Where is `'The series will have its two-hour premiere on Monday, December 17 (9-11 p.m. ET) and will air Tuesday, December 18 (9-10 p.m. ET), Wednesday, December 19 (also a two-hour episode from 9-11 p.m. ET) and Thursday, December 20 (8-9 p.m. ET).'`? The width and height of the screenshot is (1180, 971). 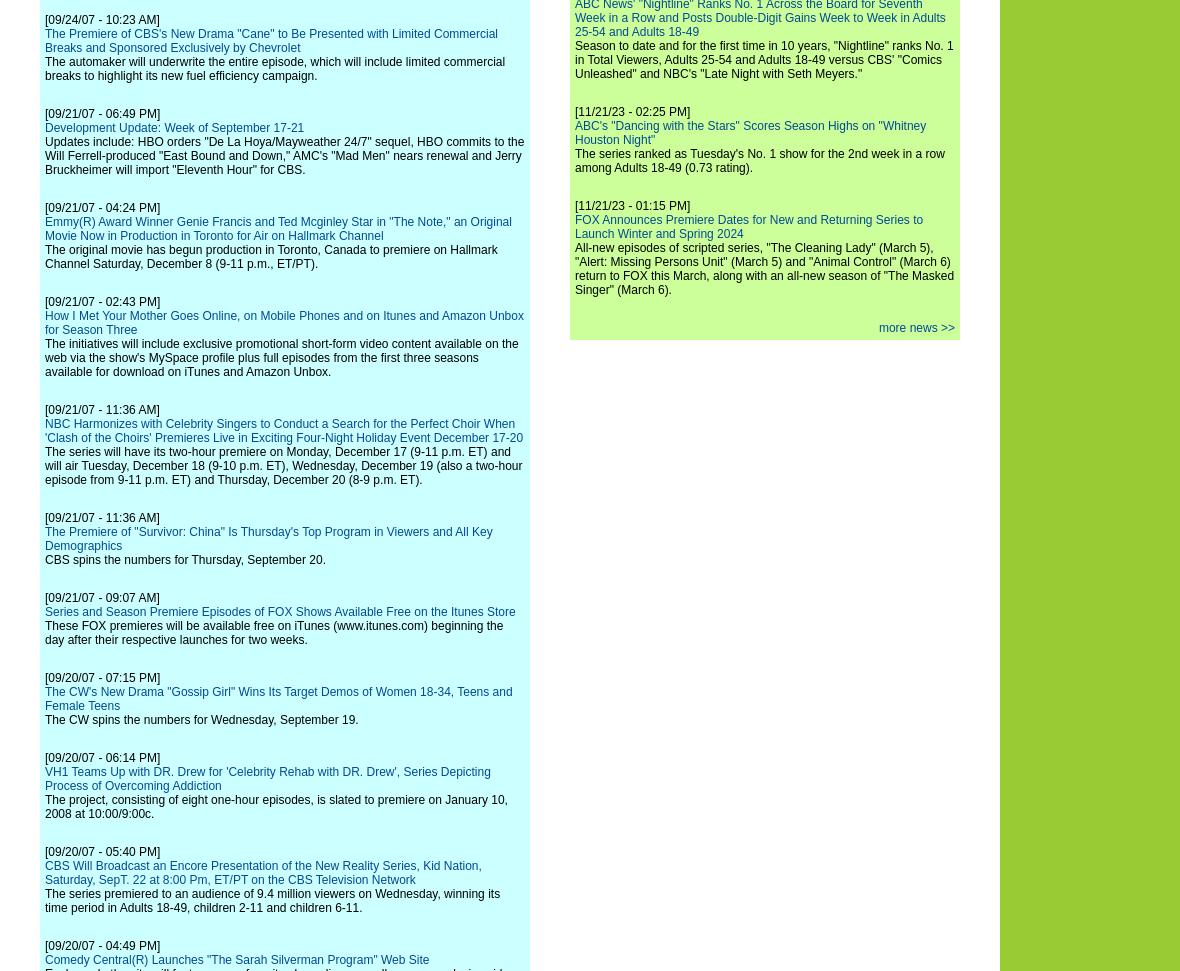
'The series will have its two-hour premiere on Monday, December 17 (9-11 p.m. ET) and will air Tuesday, December 18 (9-10 p.m. ET), Wednesday, December 19 (also a two-hour episode from 9-11 p.m. ET) and Thursday, December 20 (8-9 p.m. ET).' is located at coordinates (283, 465).